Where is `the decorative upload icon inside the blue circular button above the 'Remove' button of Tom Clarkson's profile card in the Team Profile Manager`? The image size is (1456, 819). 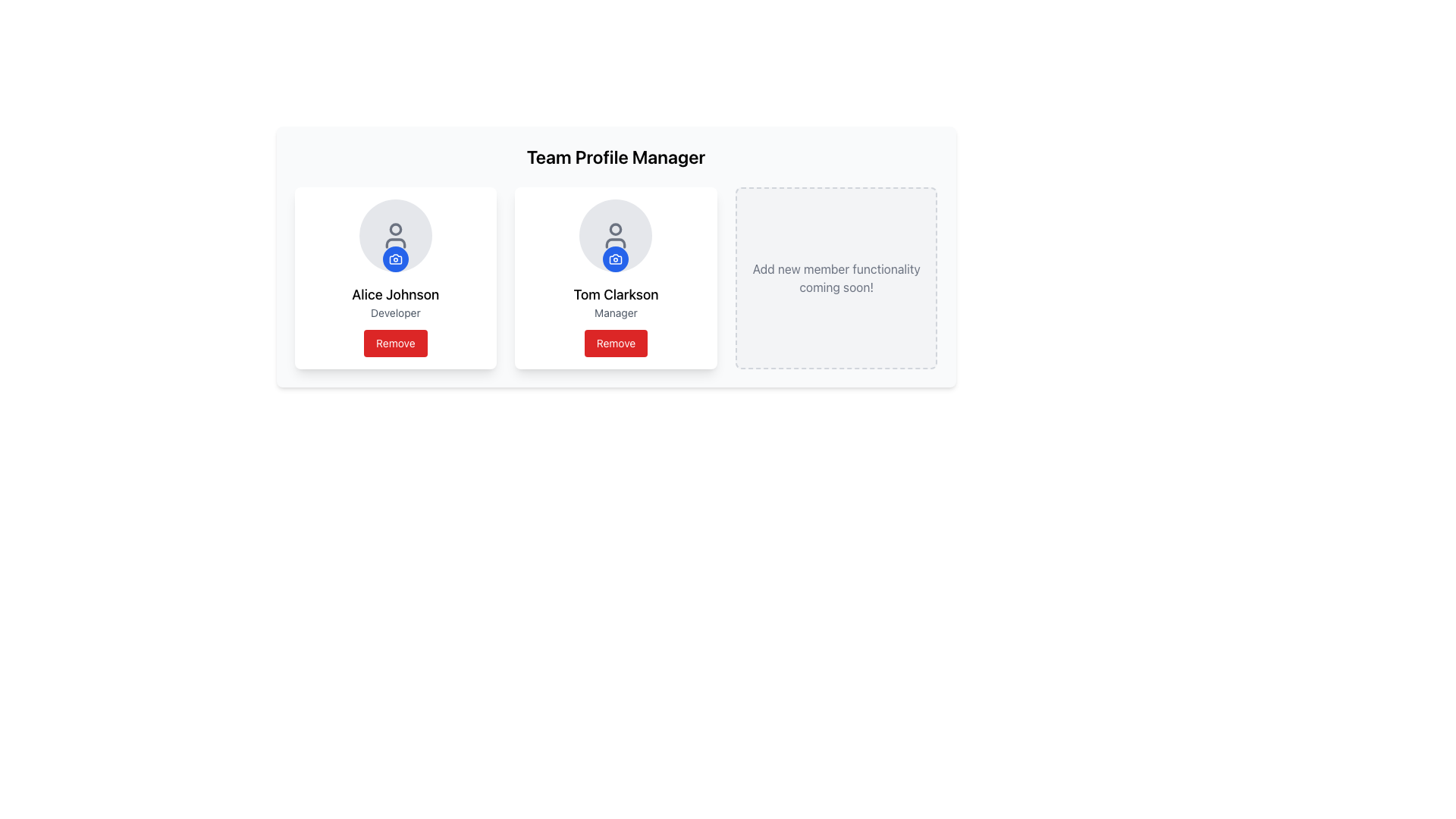 the decorative upload icon inside the blue circular button above the 'Remove' button of Tom Clarkson's profile card in the Team Profile Manager is located at coordinates (616, 259).